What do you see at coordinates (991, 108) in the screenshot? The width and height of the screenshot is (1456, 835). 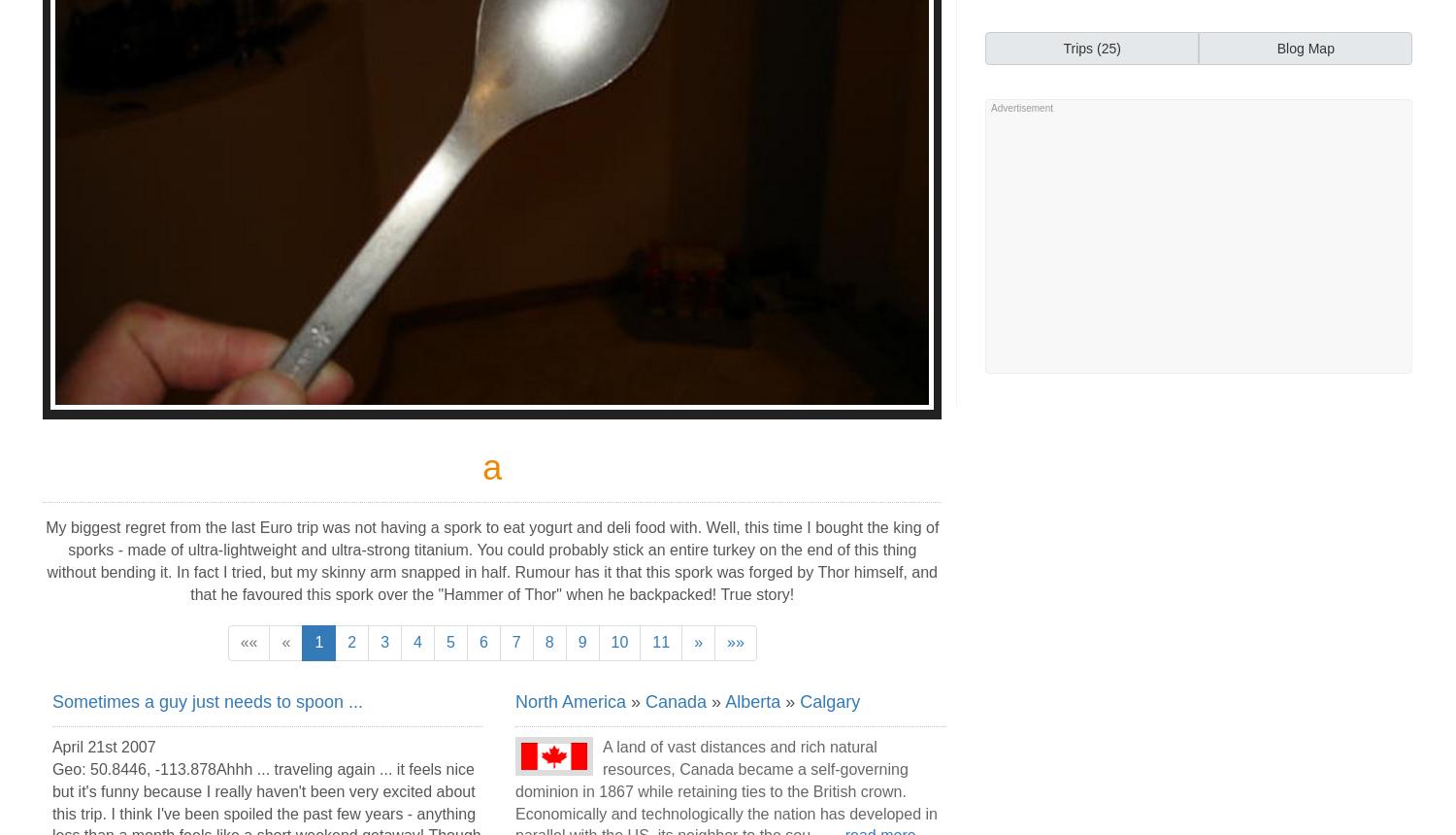 I see `'Advertisement'` at bounding box center [991, 108].